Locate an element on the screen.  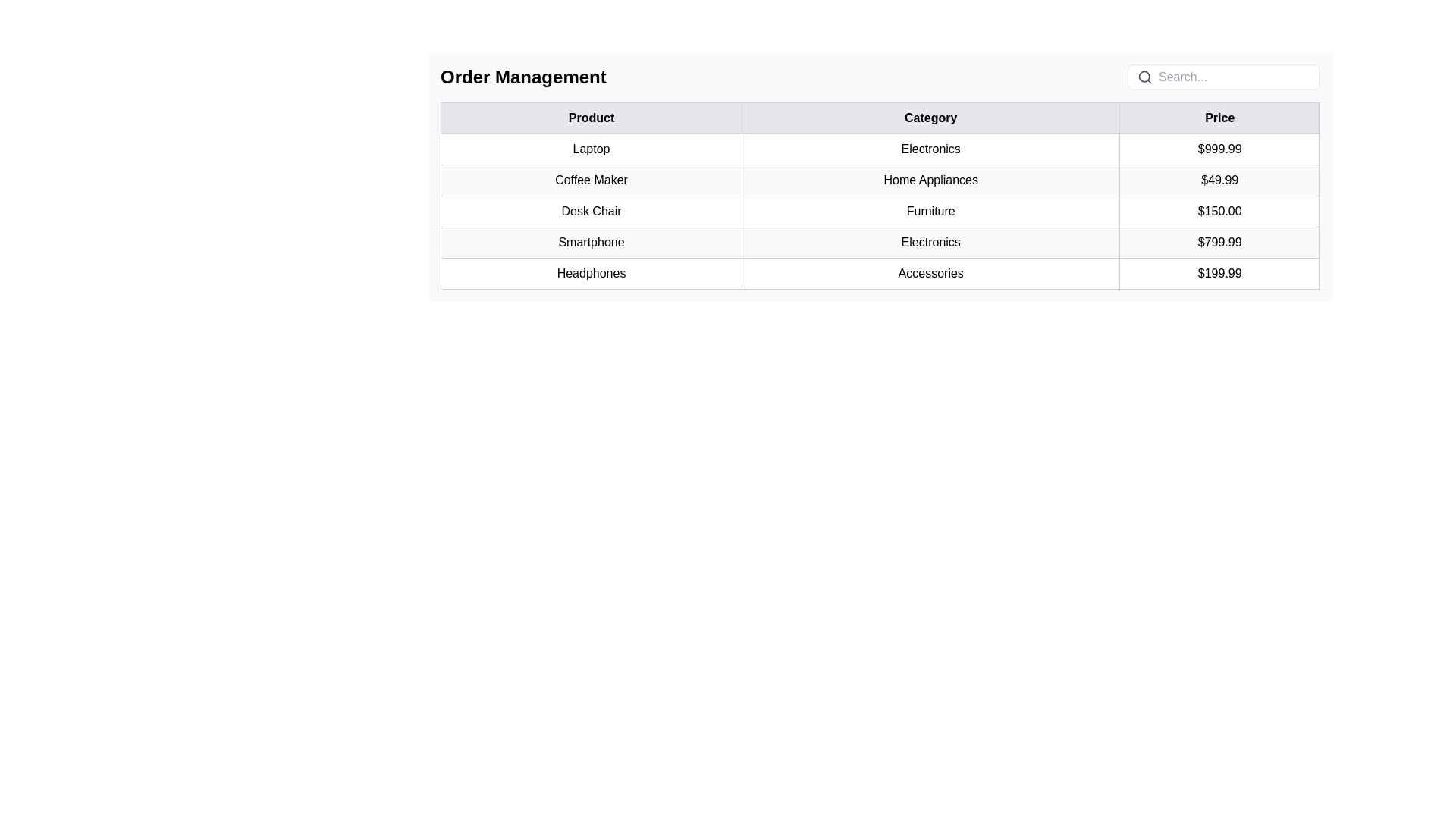
the text label displaying the price '$150.00' for the 'Desk Chair' in the 'Price' column of the data table is located at coordinates (1219, 211).